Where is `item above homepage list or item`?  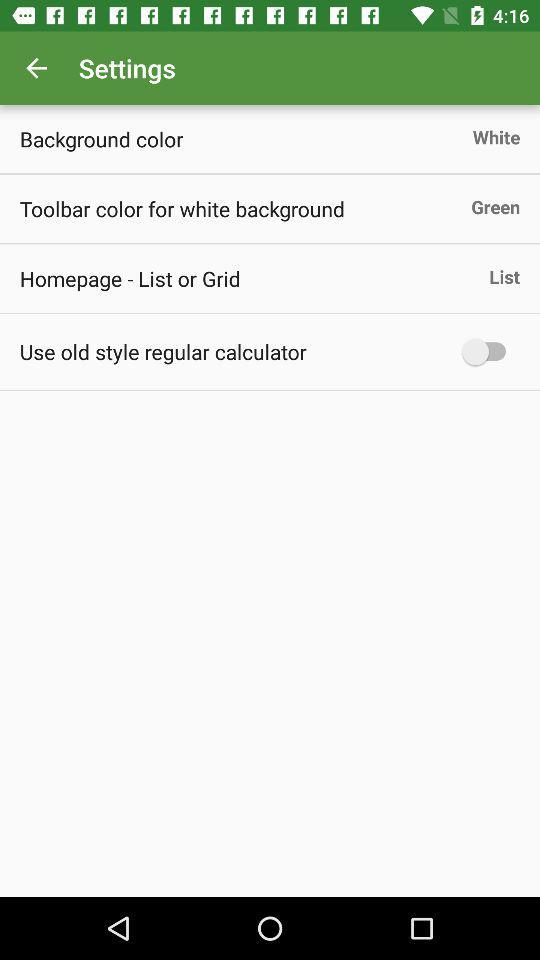 item above homepage list or item is located at coordinates (182, 208).